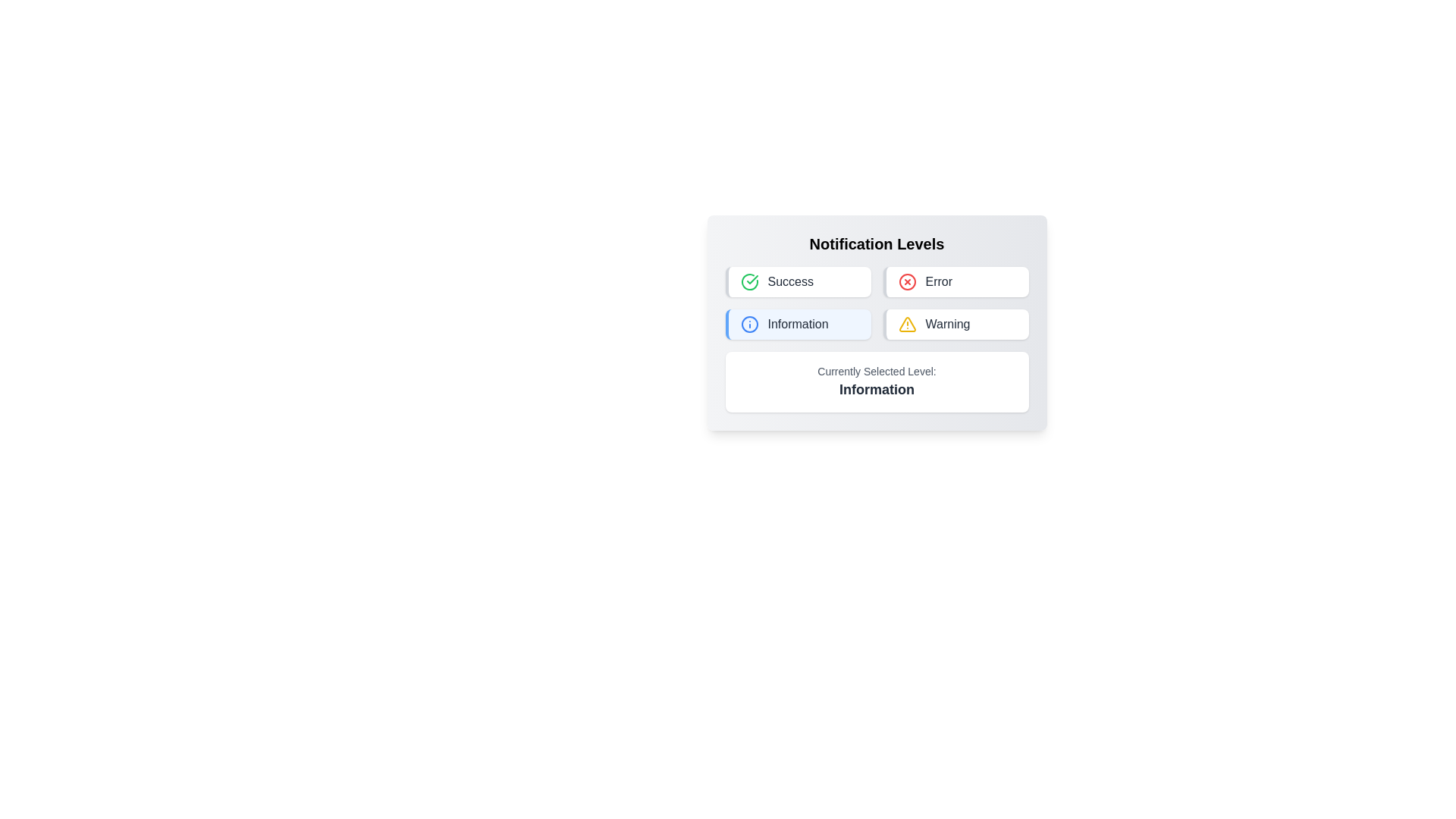 This screenshot has width=1456, height=819. I want to click on the button corresponding to the notification level Error, so click(955, 281).